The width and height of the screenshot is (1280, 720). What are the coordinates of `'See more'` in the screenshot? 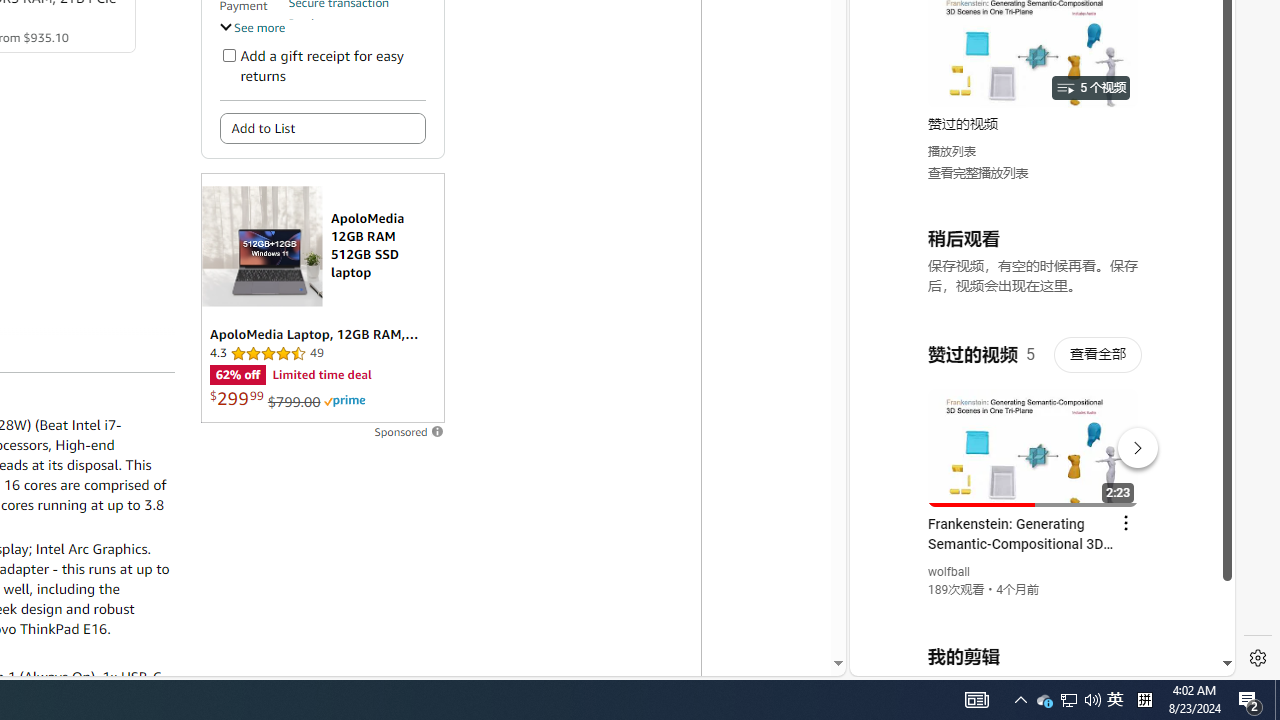 It's located at (251, 27).